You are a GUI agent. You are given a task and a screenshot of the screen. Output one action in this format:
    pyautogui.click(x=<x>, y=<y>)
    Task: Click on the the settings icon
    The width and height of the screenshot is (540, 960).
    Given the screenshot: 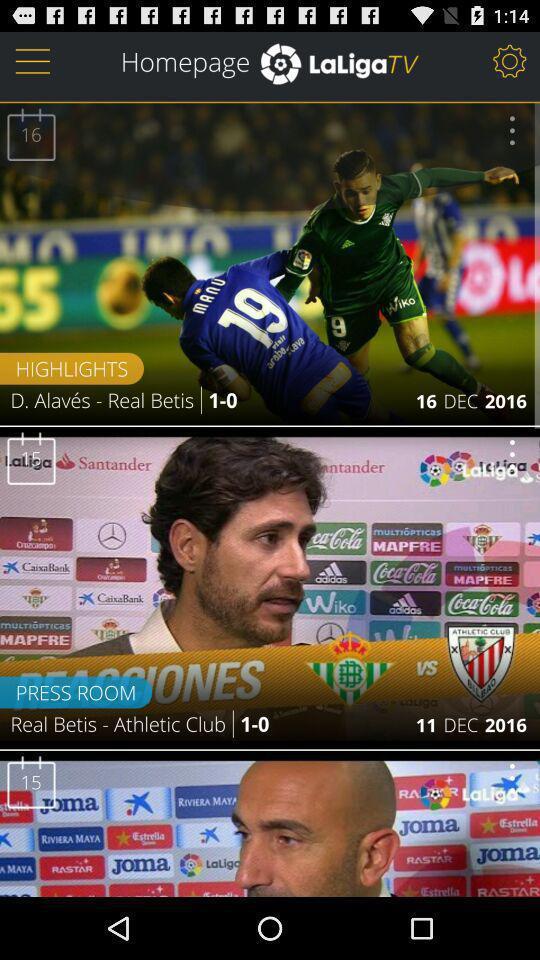 What is the action you would take?
    pyautogui.click(x=509, y=65)
    